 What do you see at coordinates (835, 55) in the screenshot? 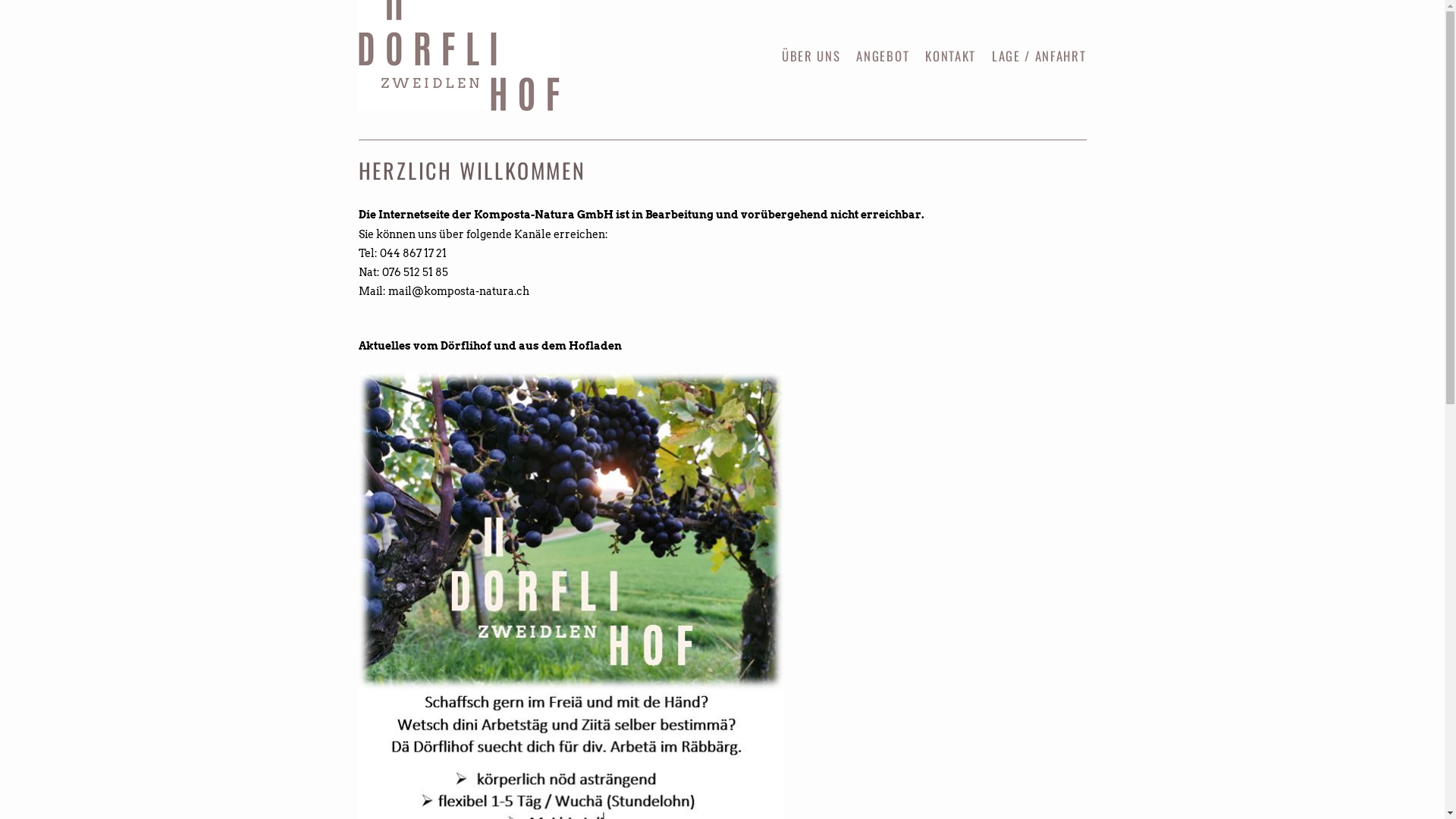
I see `'SKIP TO CONTENT'` at bounding box center [835, 55].